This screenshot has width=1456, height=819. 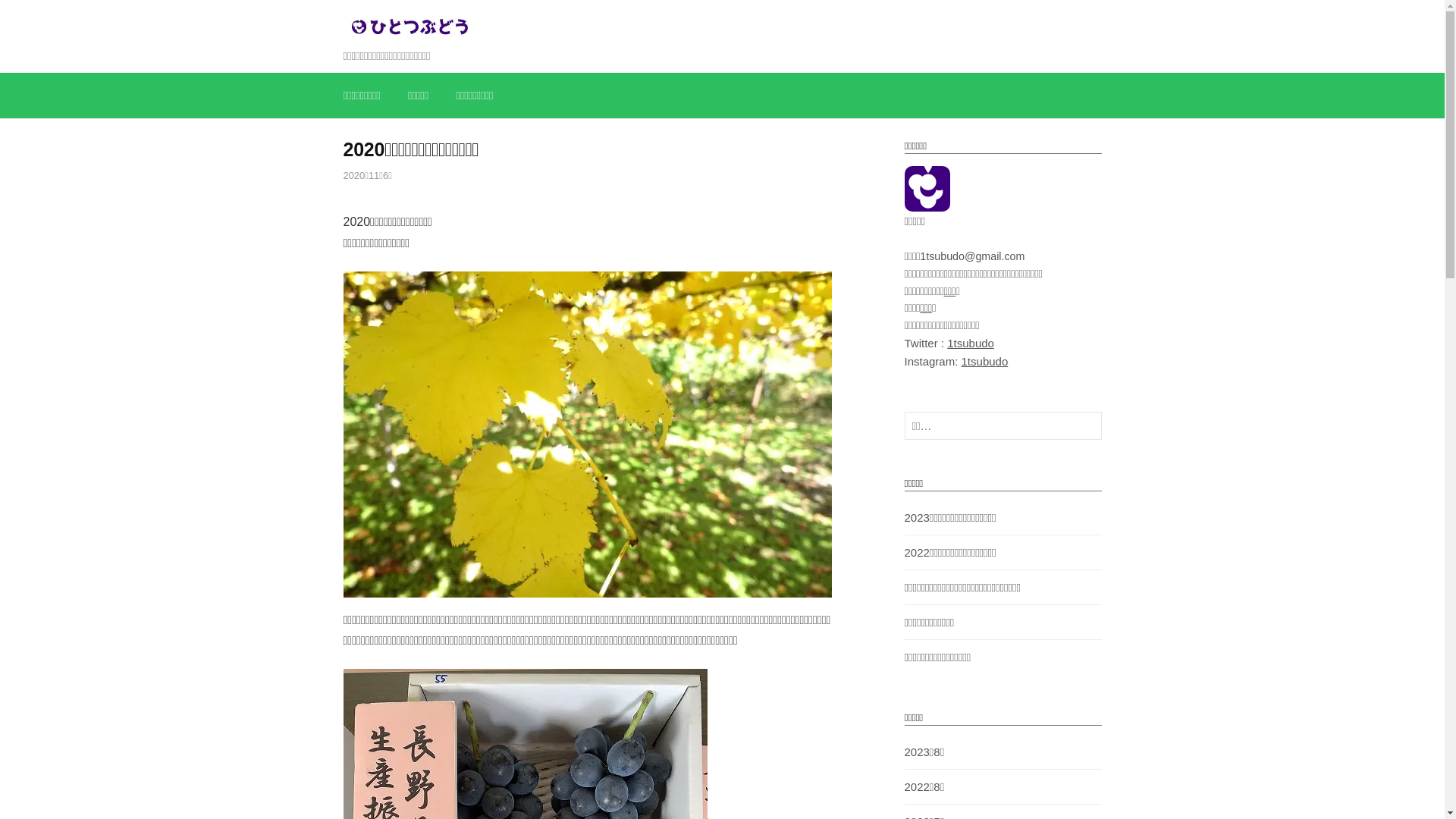 I want to click on '1tsubudo', so click(x=971, y=343).